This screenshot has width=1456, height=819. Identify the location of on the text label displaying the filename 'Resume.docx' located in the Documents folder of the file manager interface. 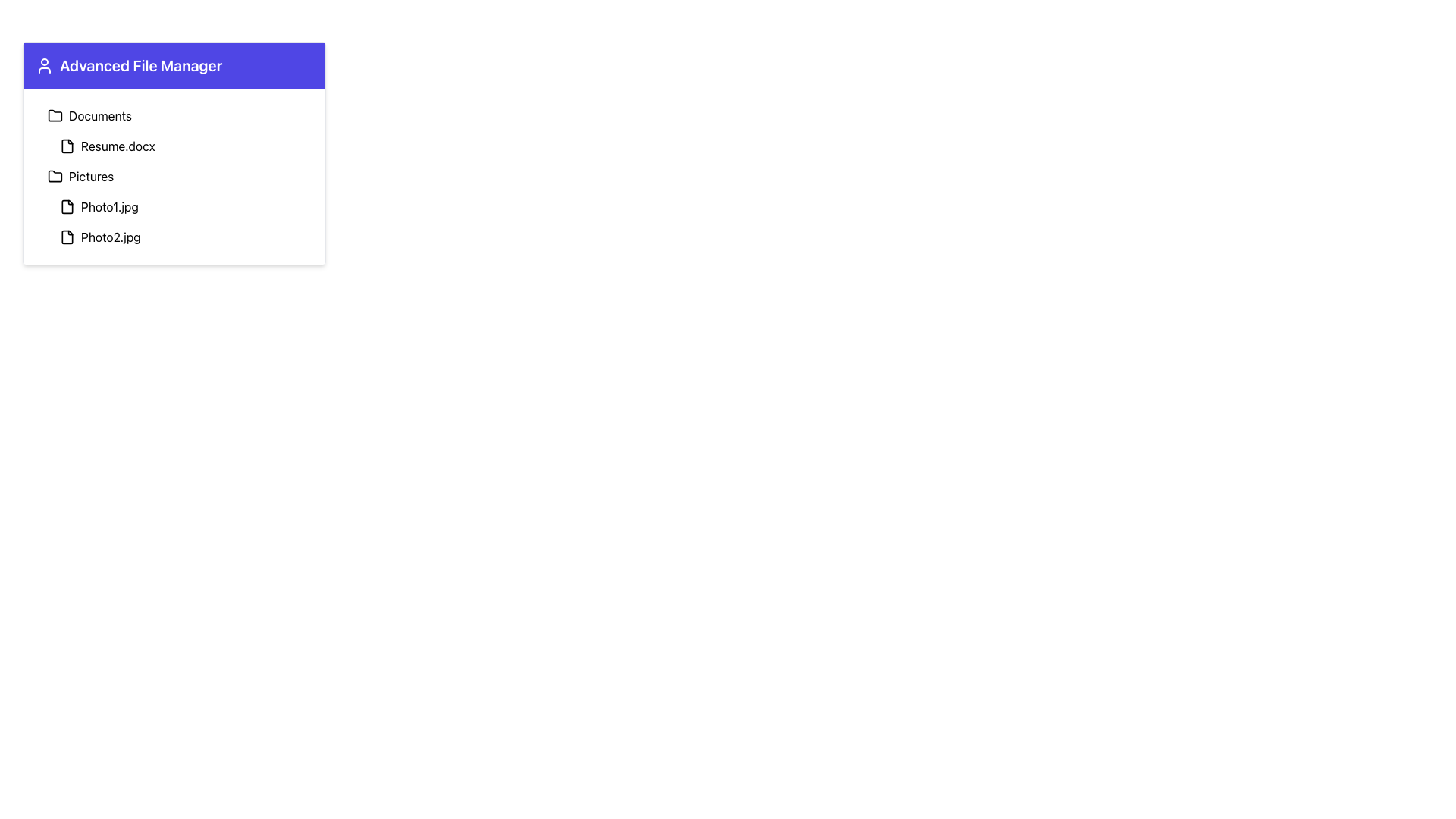
(117, 146).